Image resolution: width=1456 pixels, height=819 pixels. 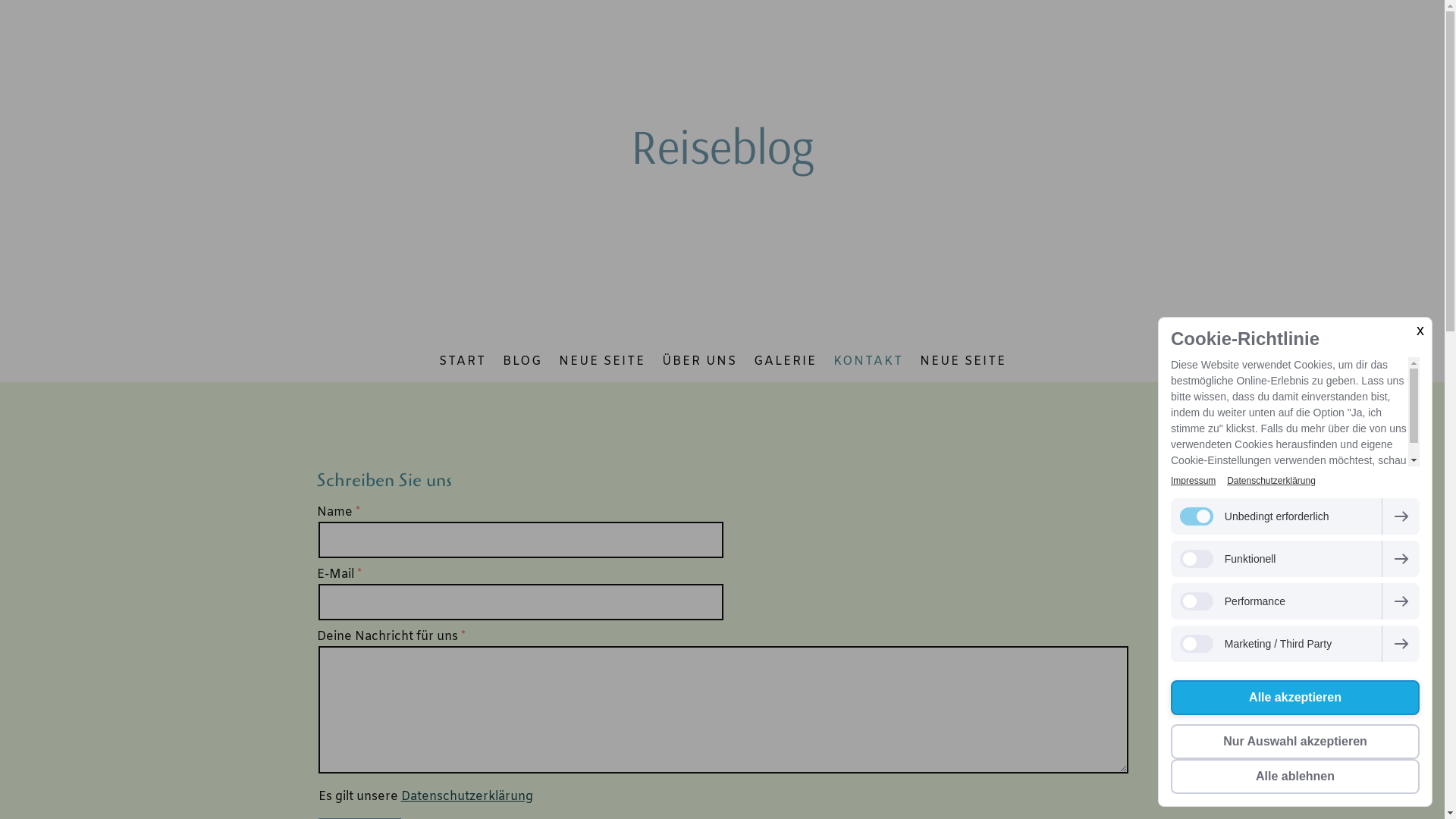 What do you see at coordinates (1294, 776) in the screenshot?
I see `'Alle ablehnen'` at bounding box center [1294, 776].